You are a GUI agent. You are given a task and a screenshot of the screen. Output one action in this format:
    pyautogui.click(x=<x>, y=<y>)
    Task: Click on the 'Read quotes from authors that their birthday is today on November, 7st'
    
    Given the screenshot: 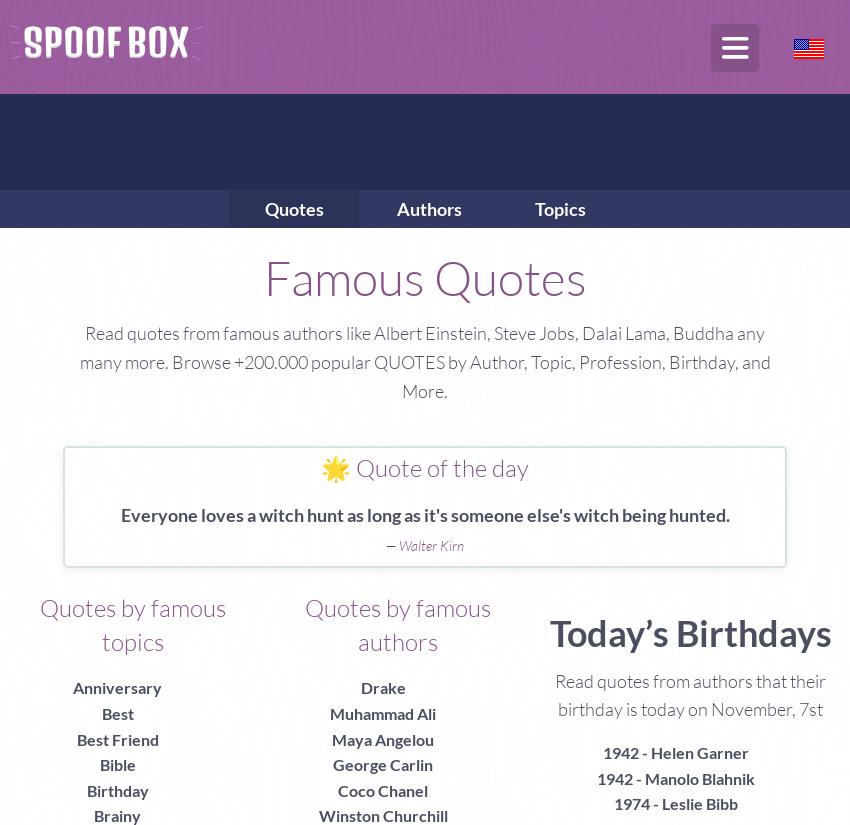 What is the action you would take?
    pyautogui.click(x=689, y=694)
    